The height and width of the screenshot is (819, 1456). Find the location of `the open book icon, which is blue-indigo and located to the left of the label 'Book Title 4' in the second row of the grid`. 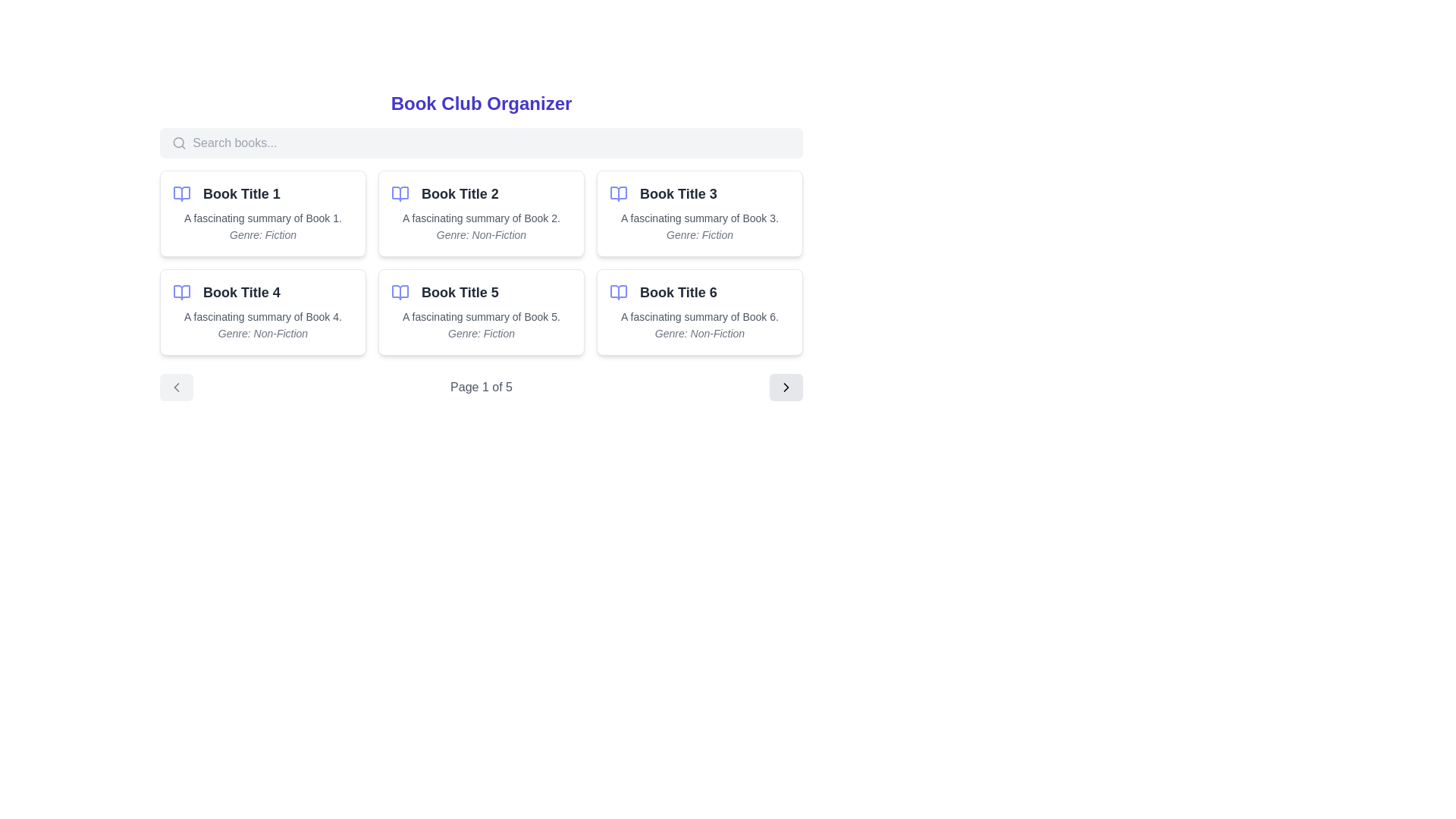

the open book icon, which is blue-indigo and located to the left of the label 'Book Title 4' in the second row of the grid is located at coordinates (182, 292).